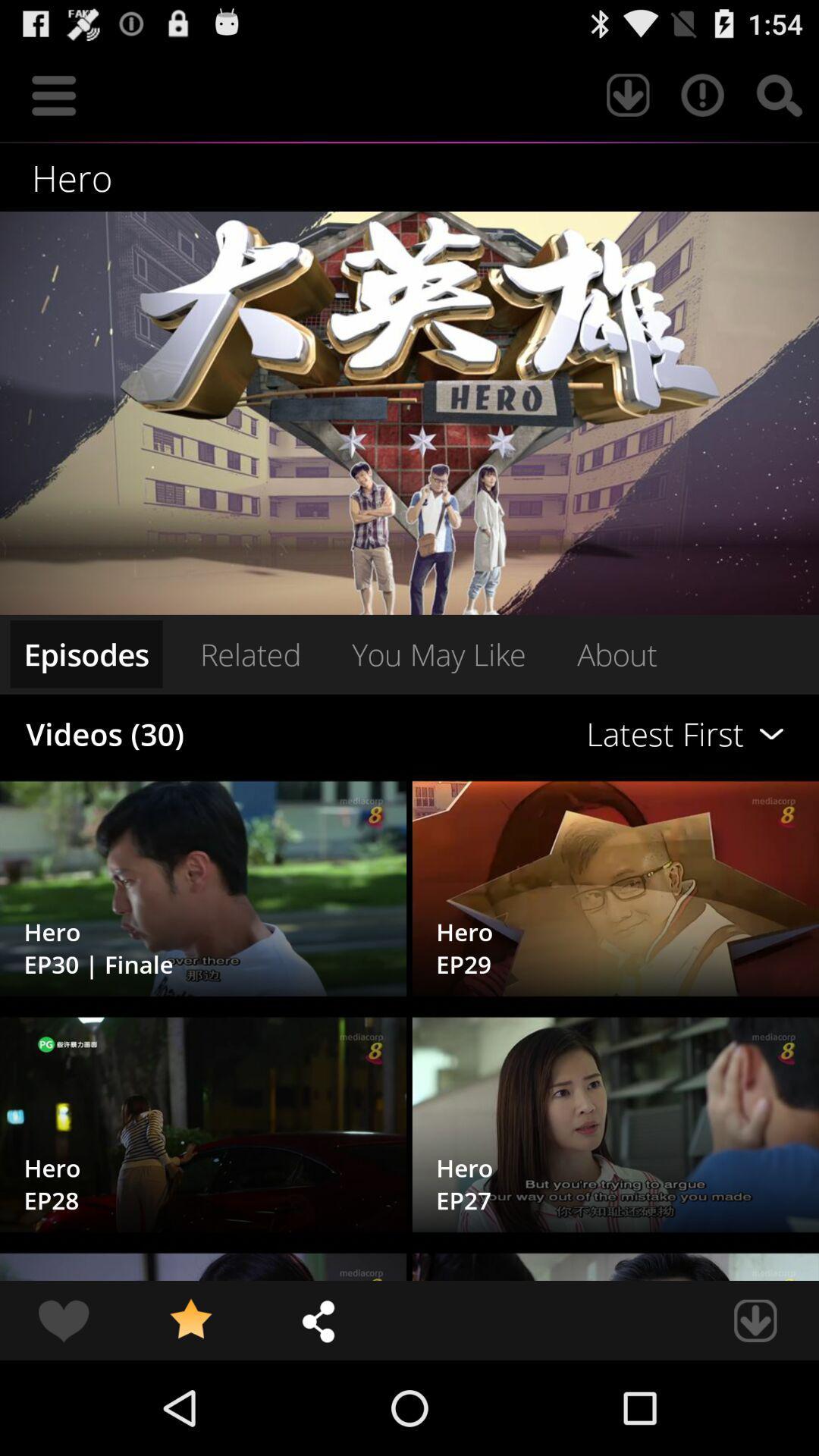  What do you see at coordinates (249, 654) in the screenshot?
I see `item next to the latest first` at bounding box center [249, 654].